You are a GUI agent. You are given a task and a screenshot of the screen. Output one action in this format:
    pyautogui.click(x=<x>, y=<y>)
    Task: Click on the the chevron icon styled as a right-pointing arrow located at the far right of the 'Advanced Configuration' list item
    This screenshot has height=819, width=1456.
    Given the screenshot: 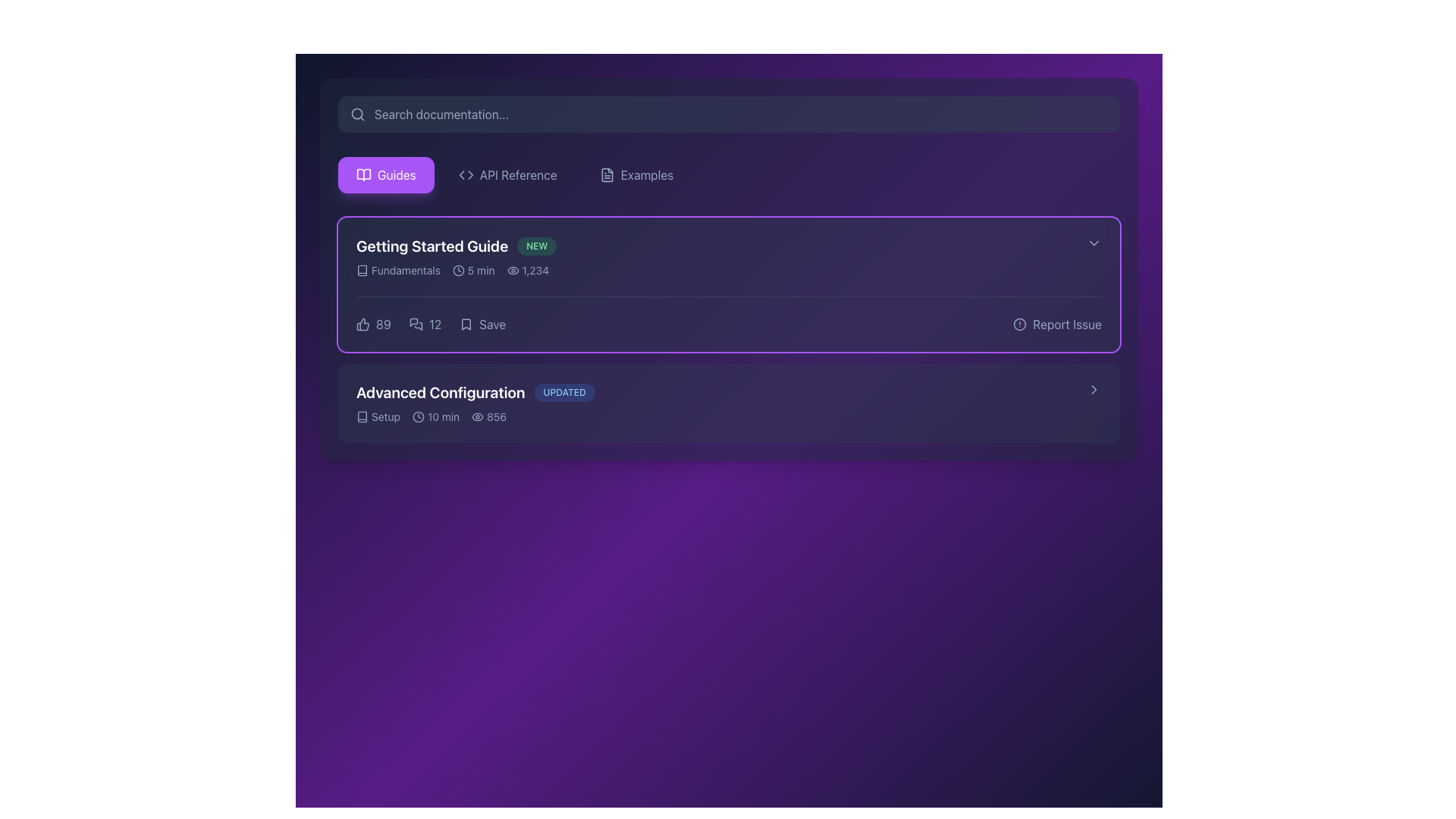 What is the action you would take?
    pyautogui.click(x=1094, y=388)
    